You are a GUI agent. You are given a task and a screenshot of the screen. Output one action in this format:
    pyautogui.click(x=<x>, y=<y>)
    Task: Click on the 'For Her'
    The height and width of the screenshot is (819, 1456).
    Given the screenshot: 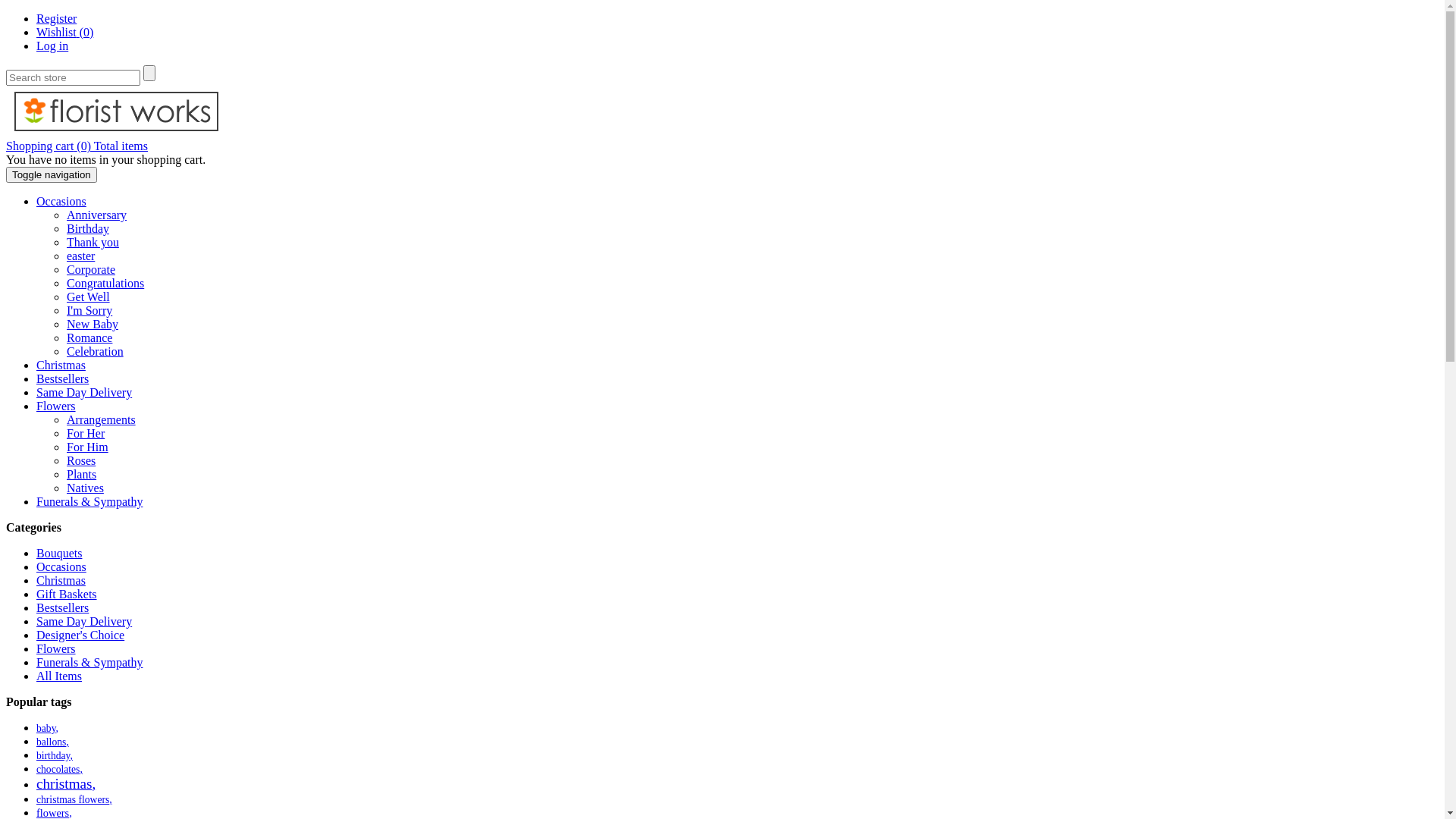 What is the action you would take?
    pyautogui.click(x=85, y=433)
    